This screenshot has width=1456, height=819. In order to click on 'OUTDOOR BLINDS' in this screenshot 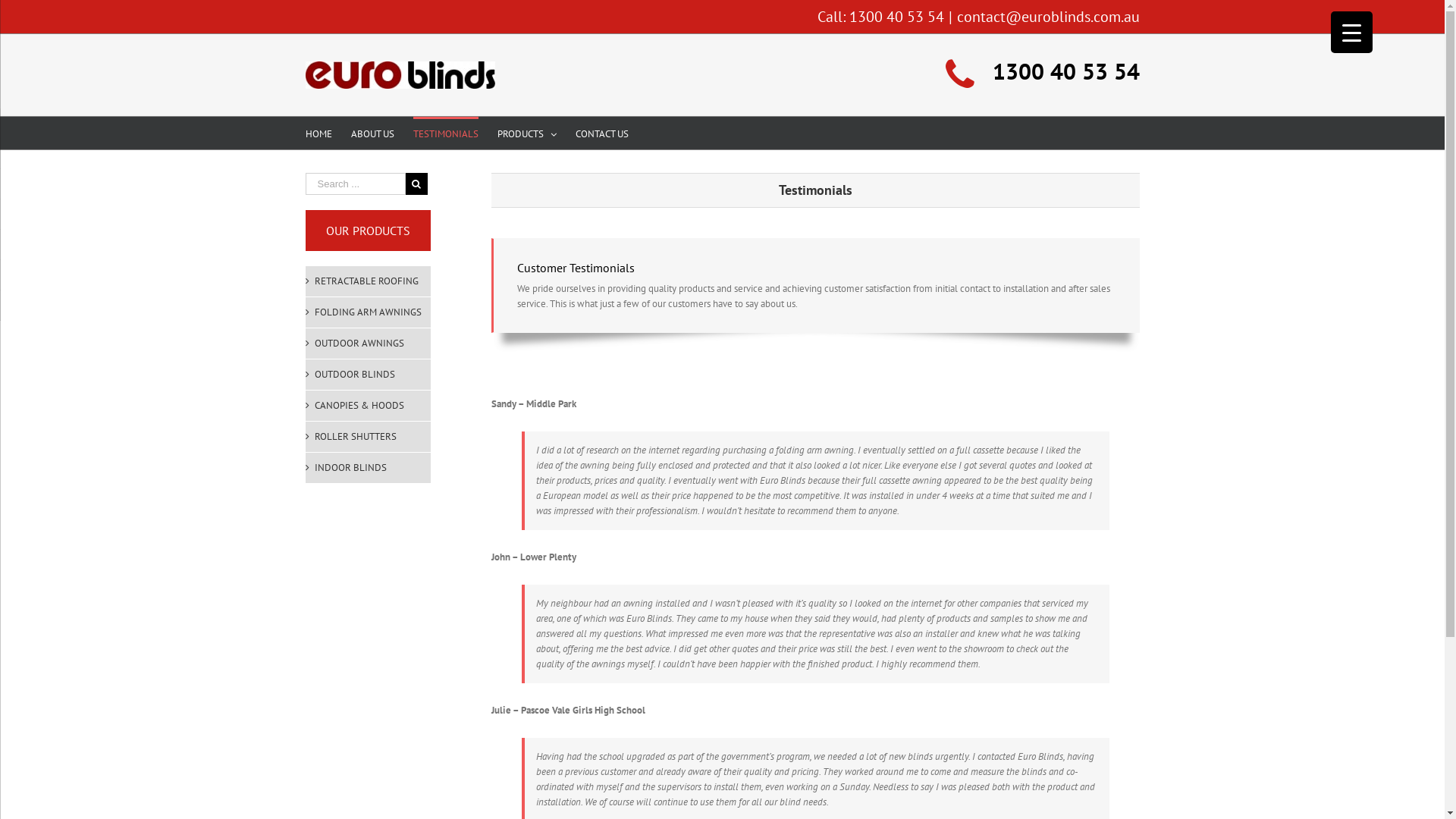, I will do `click(368, 374)`.